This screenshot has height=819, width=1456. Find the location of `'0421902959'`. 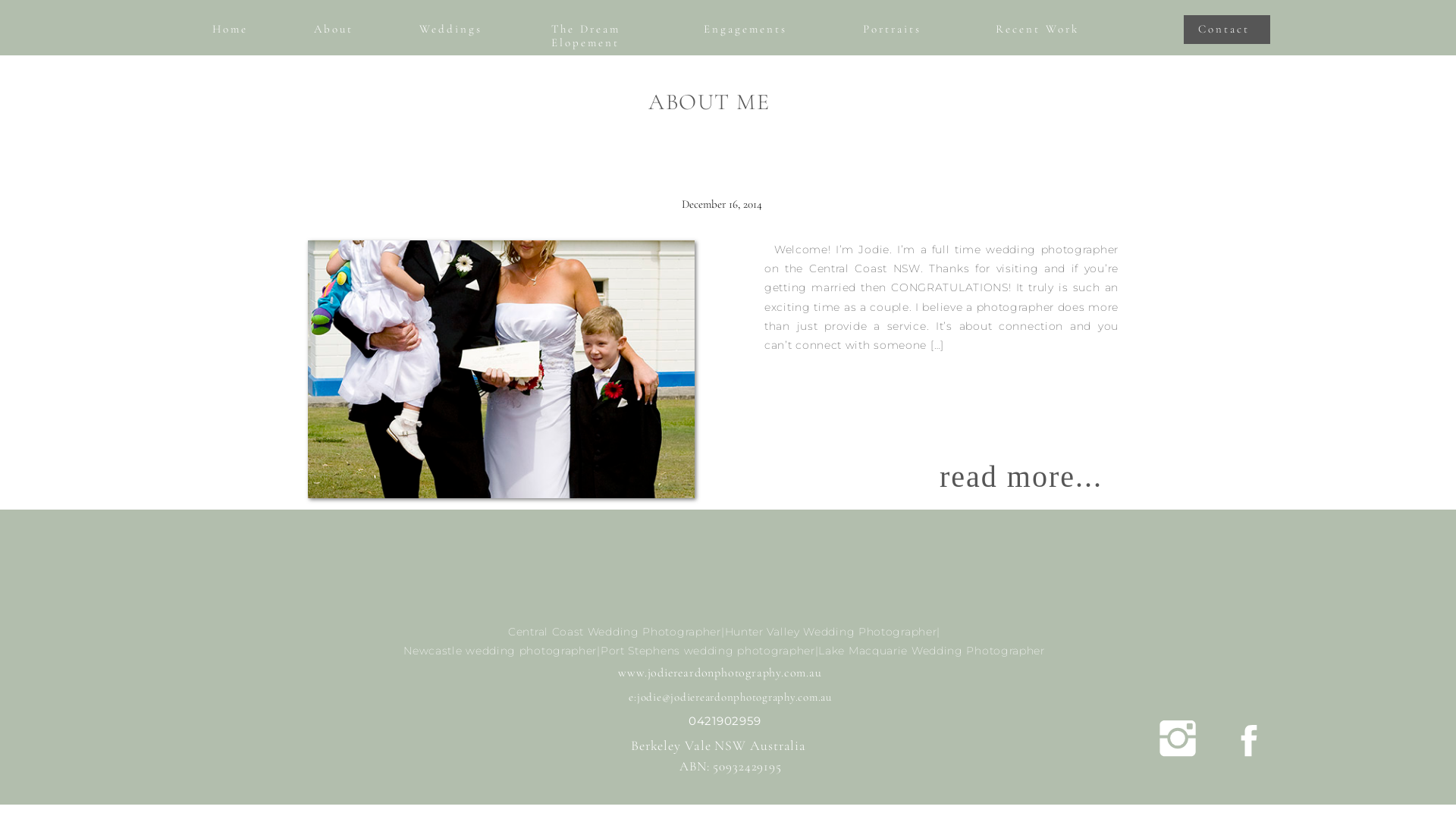

'0421902959' is located at coordinates (723, 717).